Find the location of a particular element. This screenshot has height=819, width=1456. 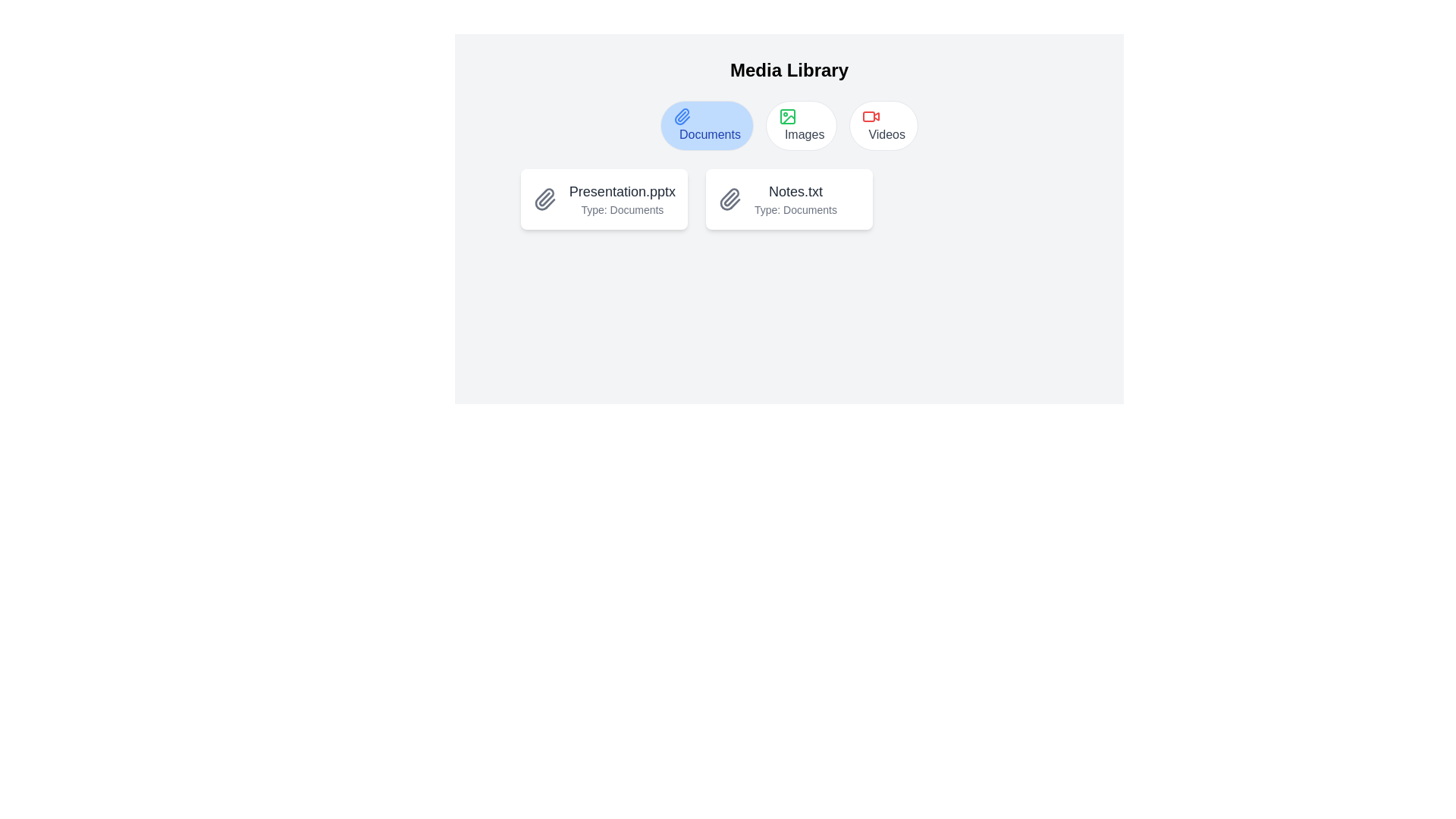

the second button in the horizontal group of navigation options is located at coordinates (801, 124).